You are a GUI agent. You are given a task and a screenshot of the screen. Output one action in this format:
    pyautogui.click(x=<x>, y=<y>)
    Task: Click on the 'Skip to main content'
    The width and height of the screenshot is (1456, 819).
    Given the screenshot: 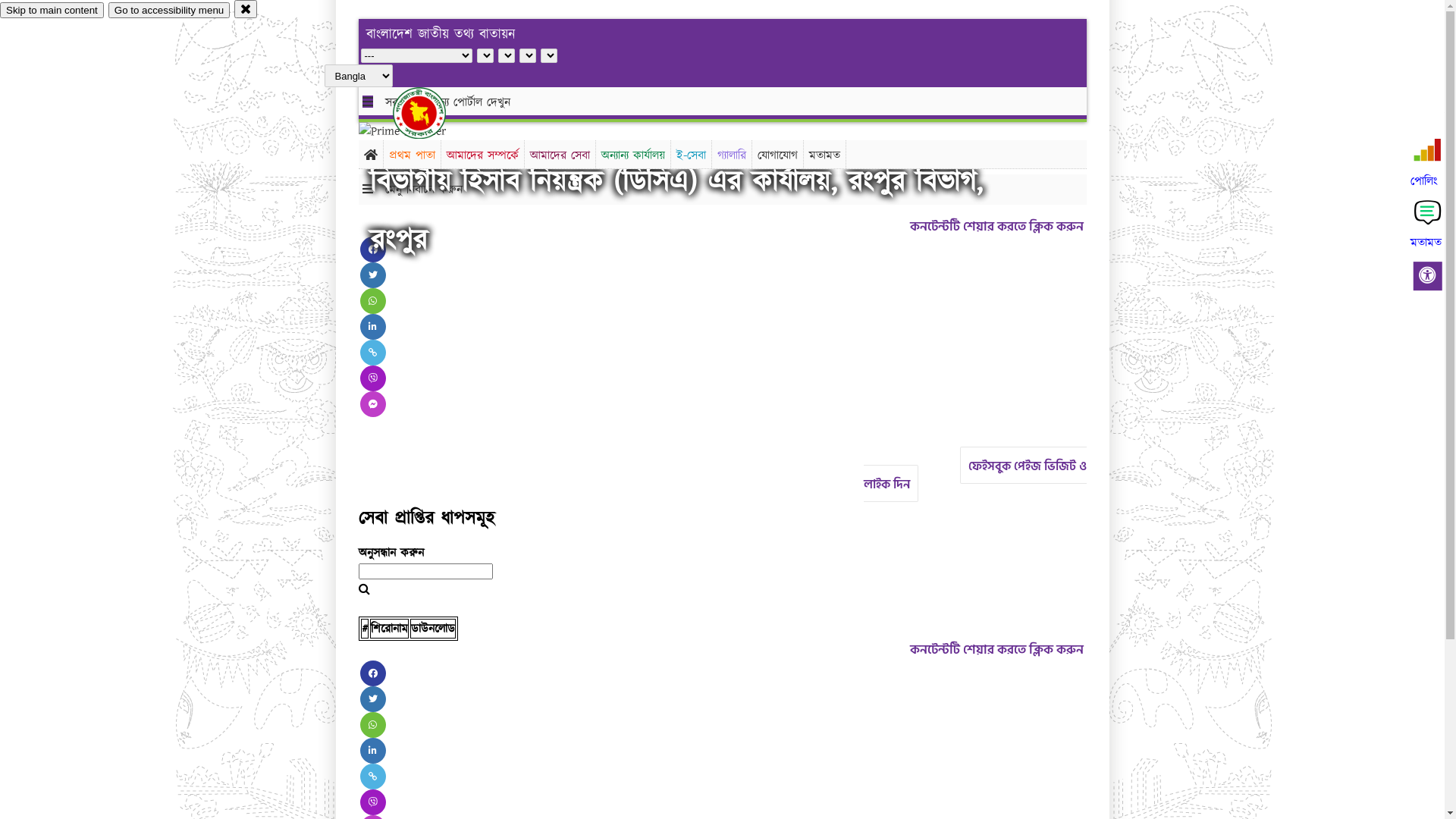 What is the action you would take?
    pyautogui.click(x=0, y=10)
    